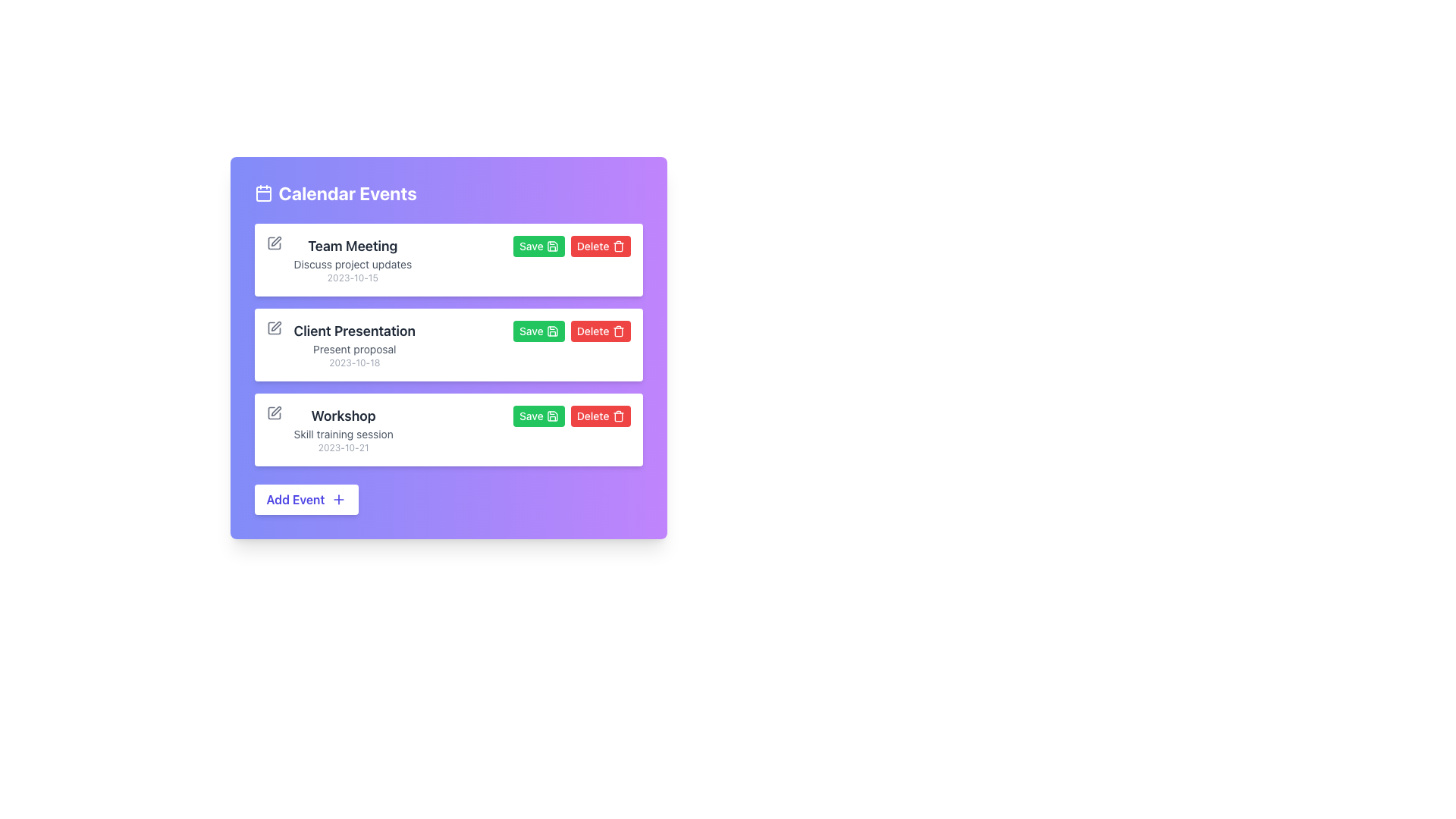 The width and height of the screenshot is (1456, 819). What do you see at coordinates (263, 192) in the screenshot?
I see `the calendar icon located in the header section of the 'Calendar Events' module` at bounding box center [263, 192].